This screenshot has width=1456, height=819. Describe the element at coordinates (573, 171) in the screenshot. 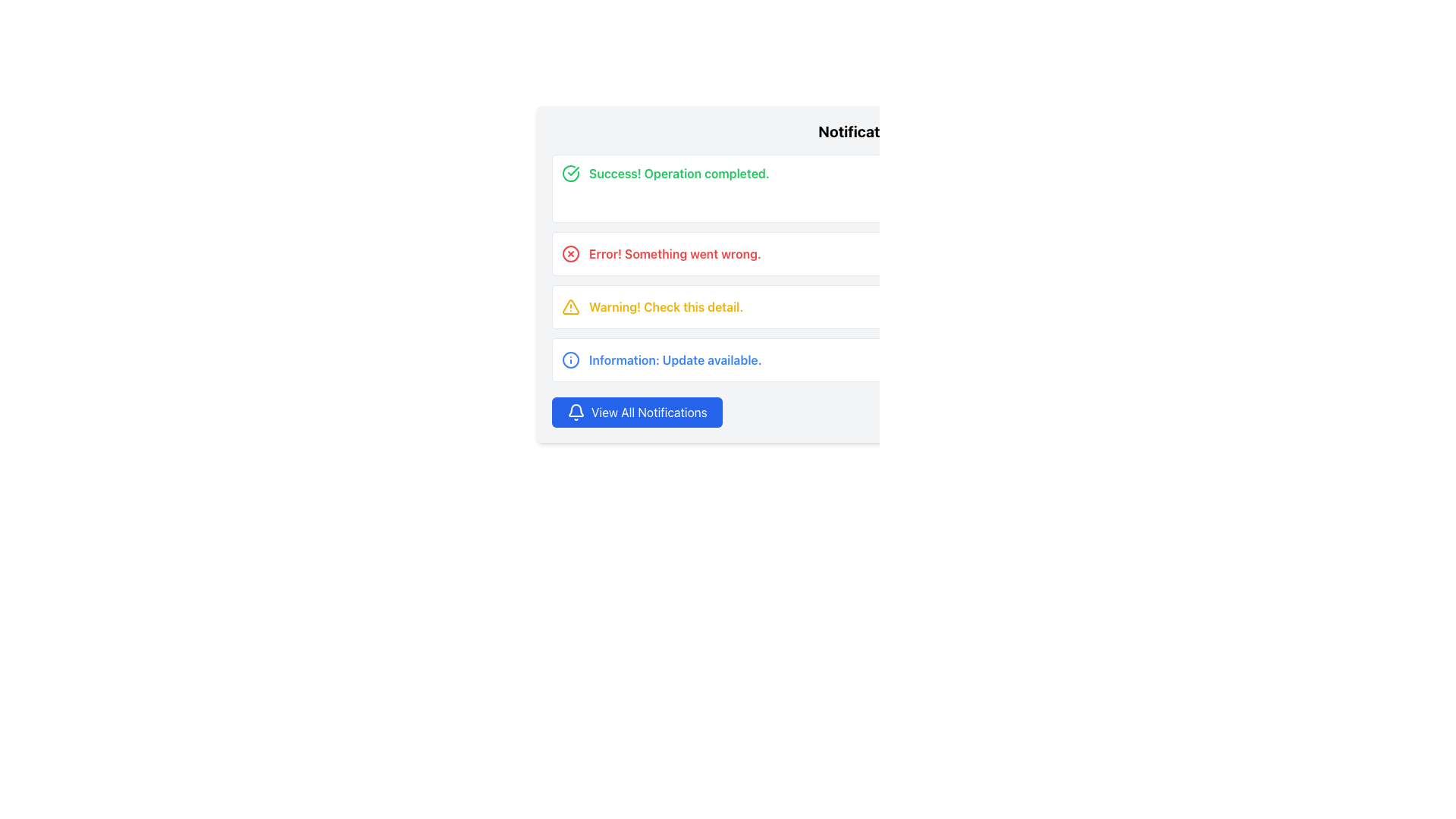

I see `the success notification icon located in the notification box, positioned to the left of the text 'Success! Operation completed.'` at that location.